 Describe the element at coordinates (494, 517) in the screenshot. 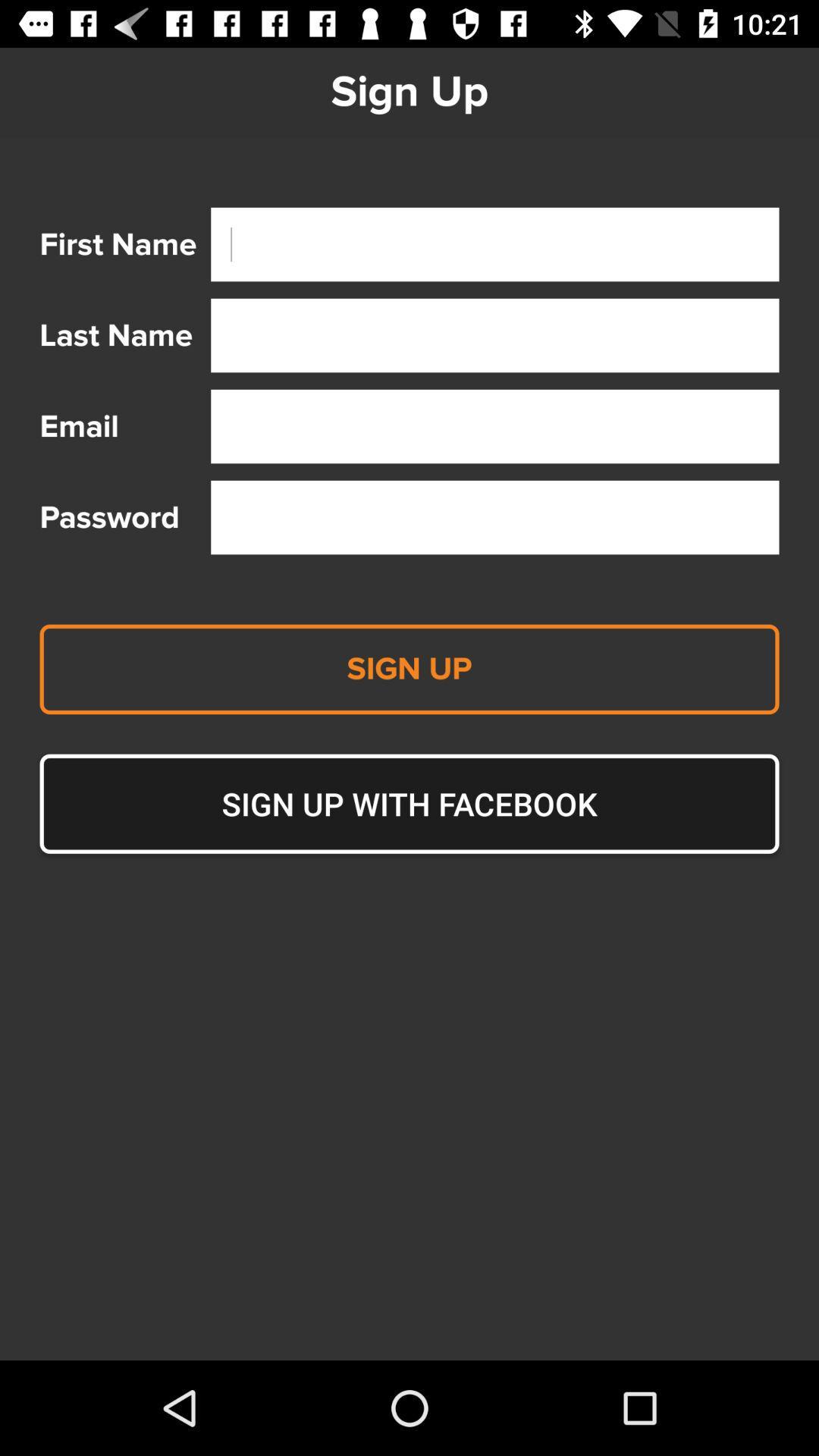

I see `icon to the right of the password item` at that location.